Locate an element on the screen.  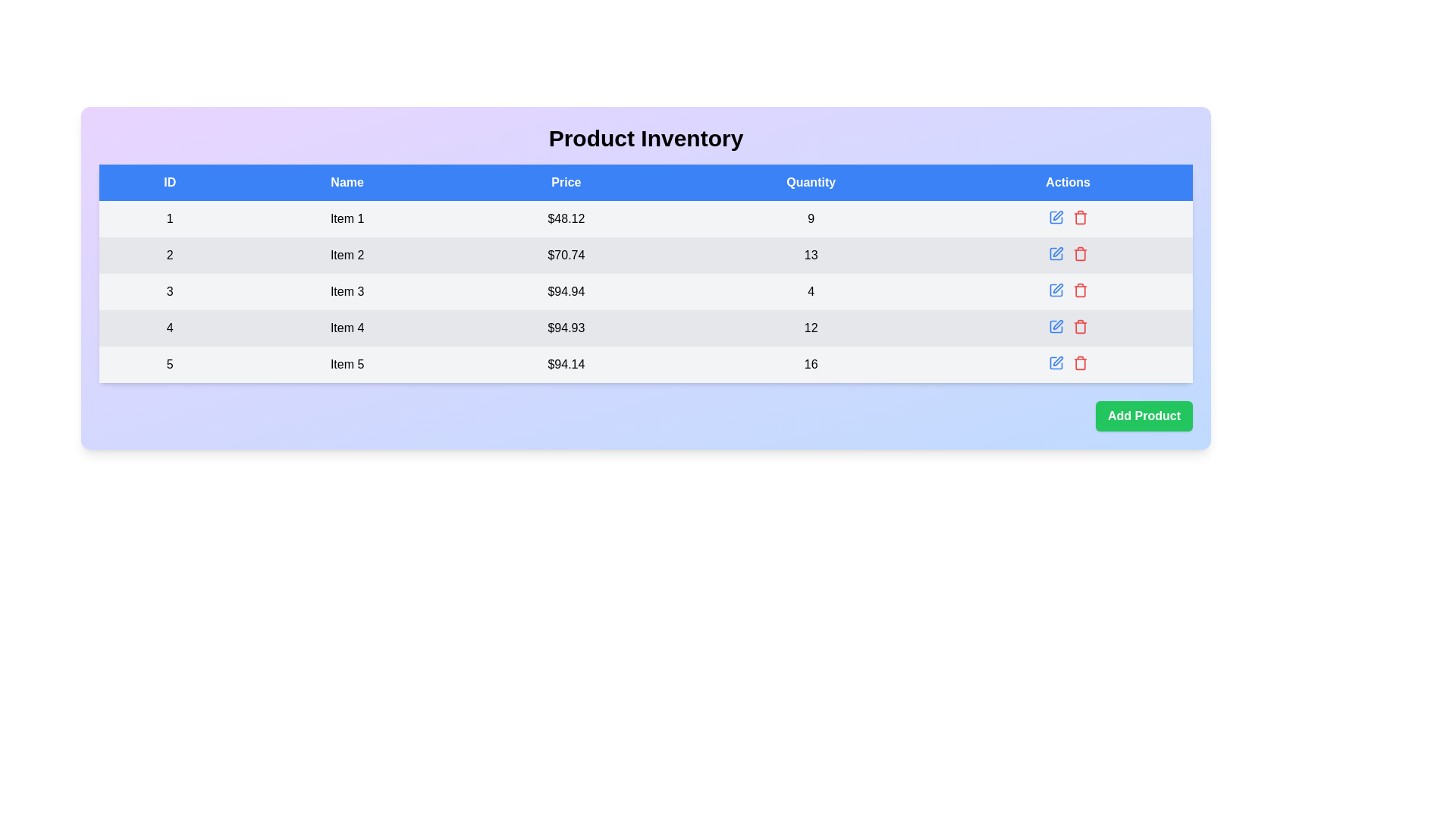
the text display showing the value '$48.12' in the 'Price' column of the data table is located at coordinates (565, 219).